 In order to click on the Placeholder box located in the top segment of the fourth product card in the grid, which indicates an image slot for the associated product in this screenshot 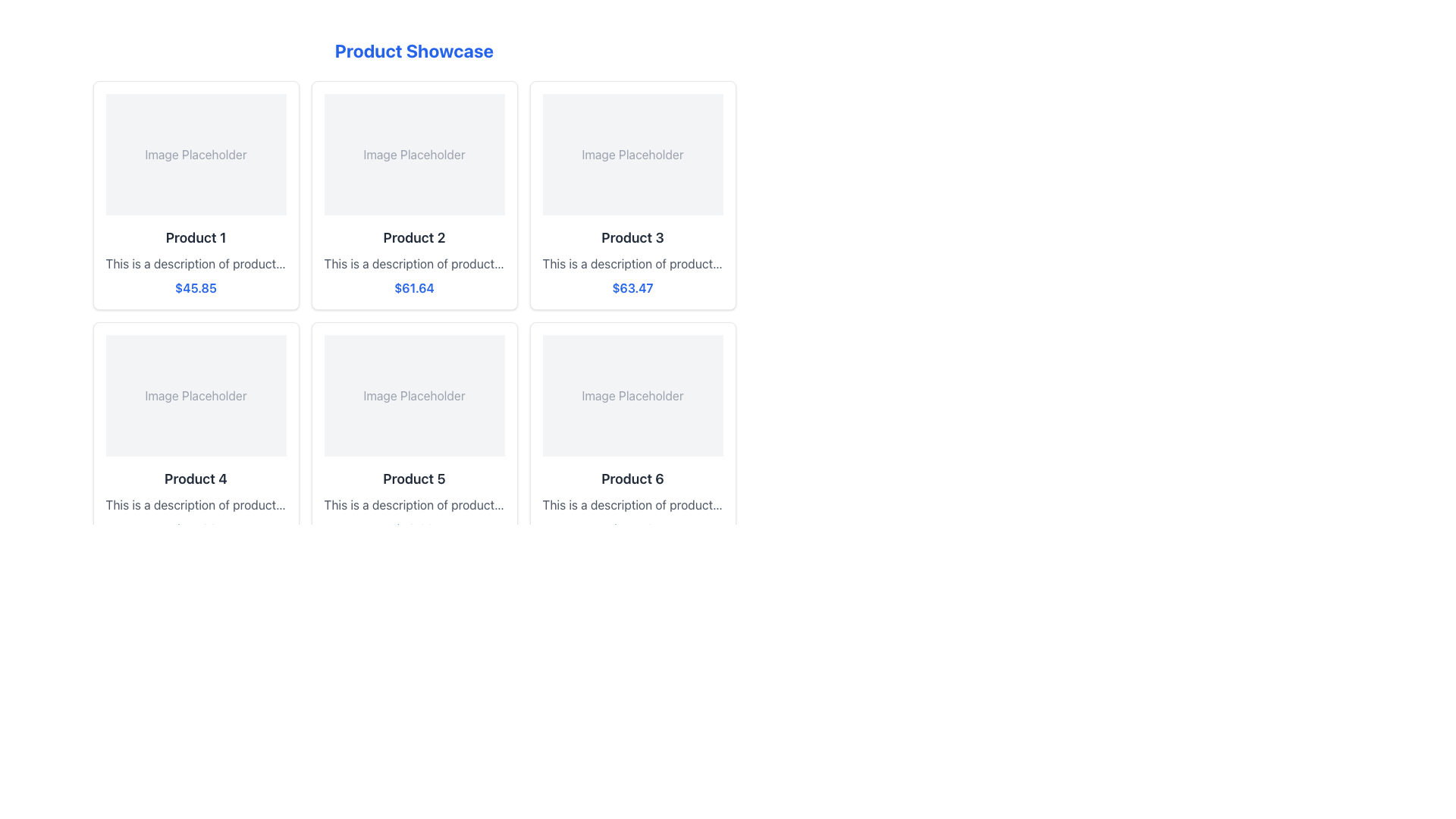, I will do `click(195, 394)`.